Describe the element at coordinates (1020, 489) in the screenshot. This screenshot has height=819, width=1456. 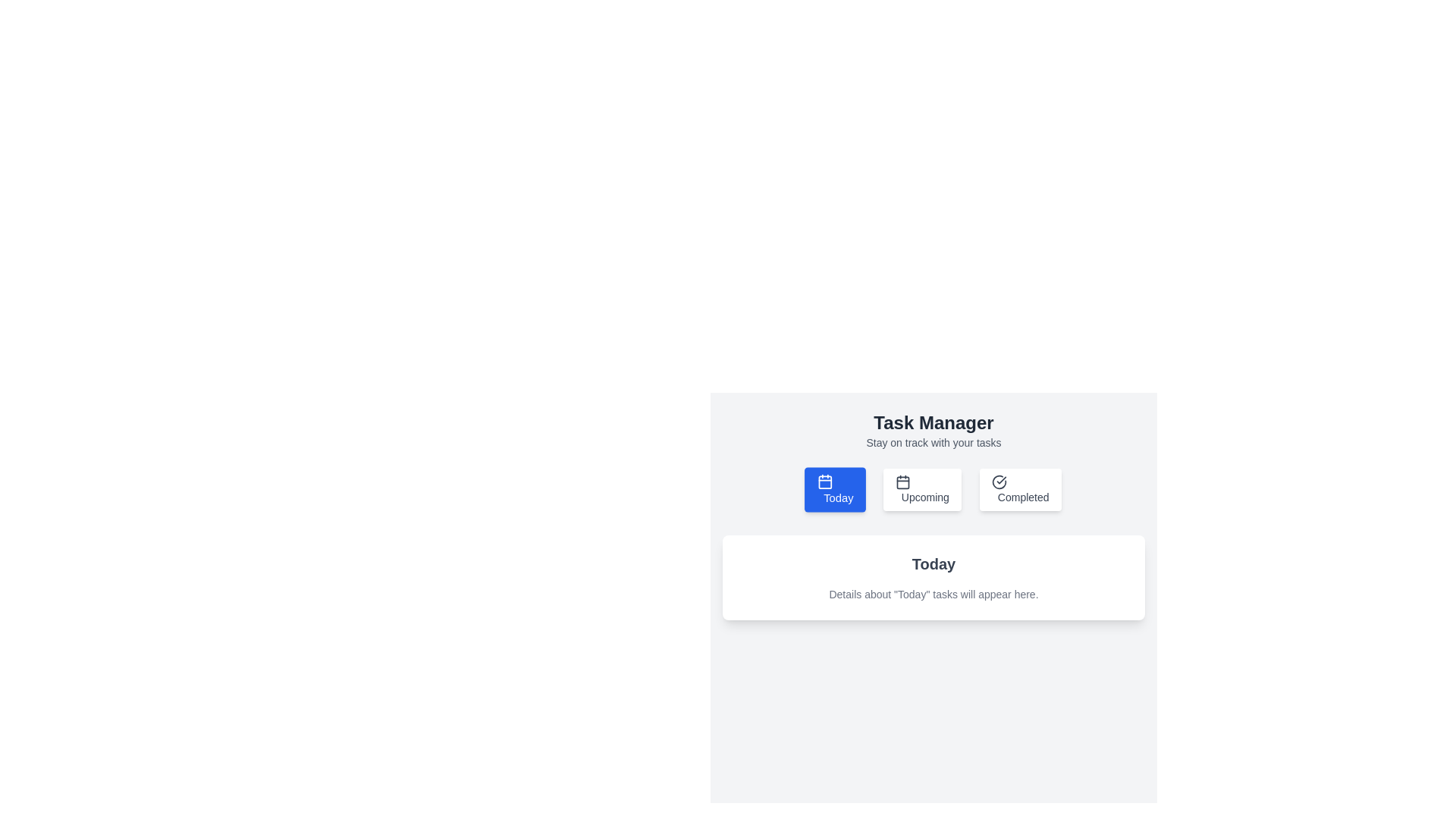
I see `the third button in the row, located below the 'Task Manager' header, to switch the view` at that location.